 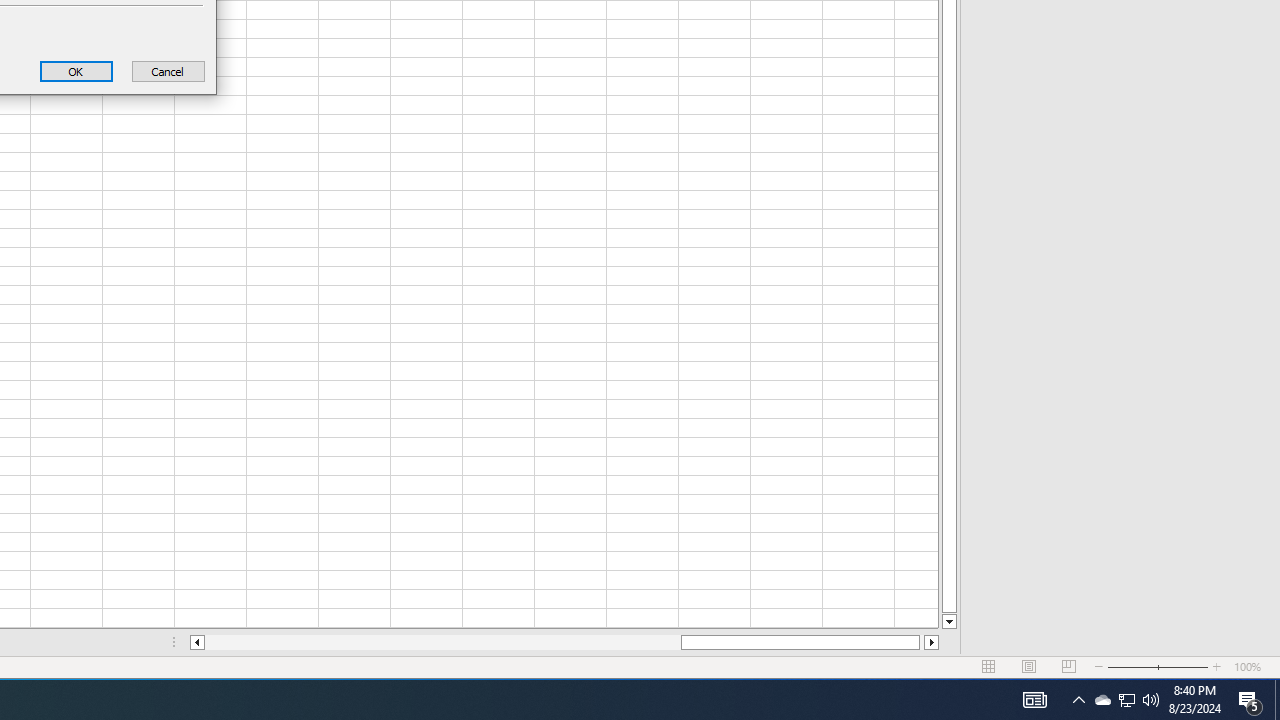 I want to click on 'User Promoted Notification Area', so click(x=1127, y=698).